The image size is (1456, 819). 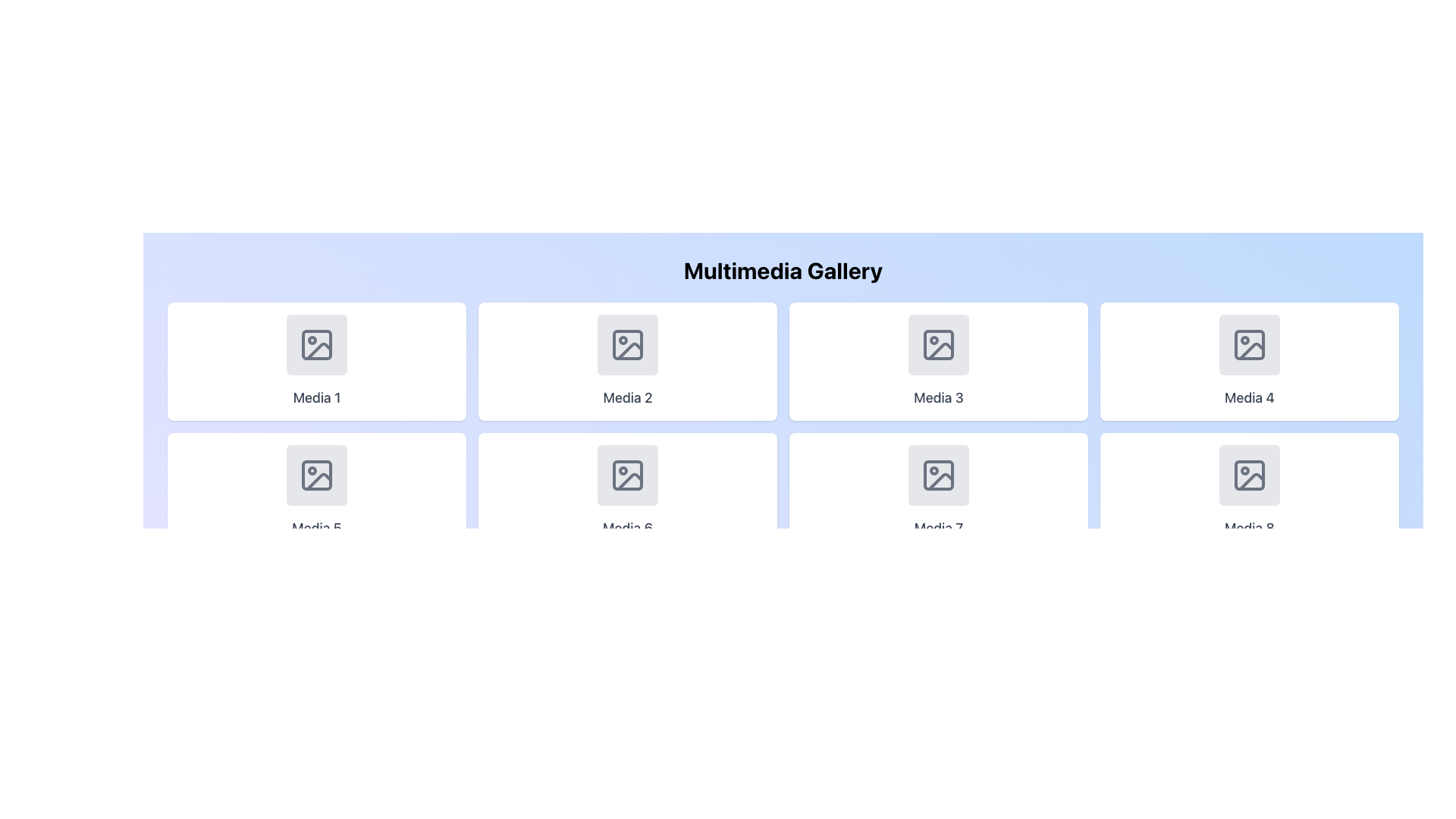 What do you see at coordinates (938, 345) in the screenshot?
I see `the small, light gray decorative square element located in the top-left corner of the image placeholder within the gallery interface` at bounding box center [938, 345].